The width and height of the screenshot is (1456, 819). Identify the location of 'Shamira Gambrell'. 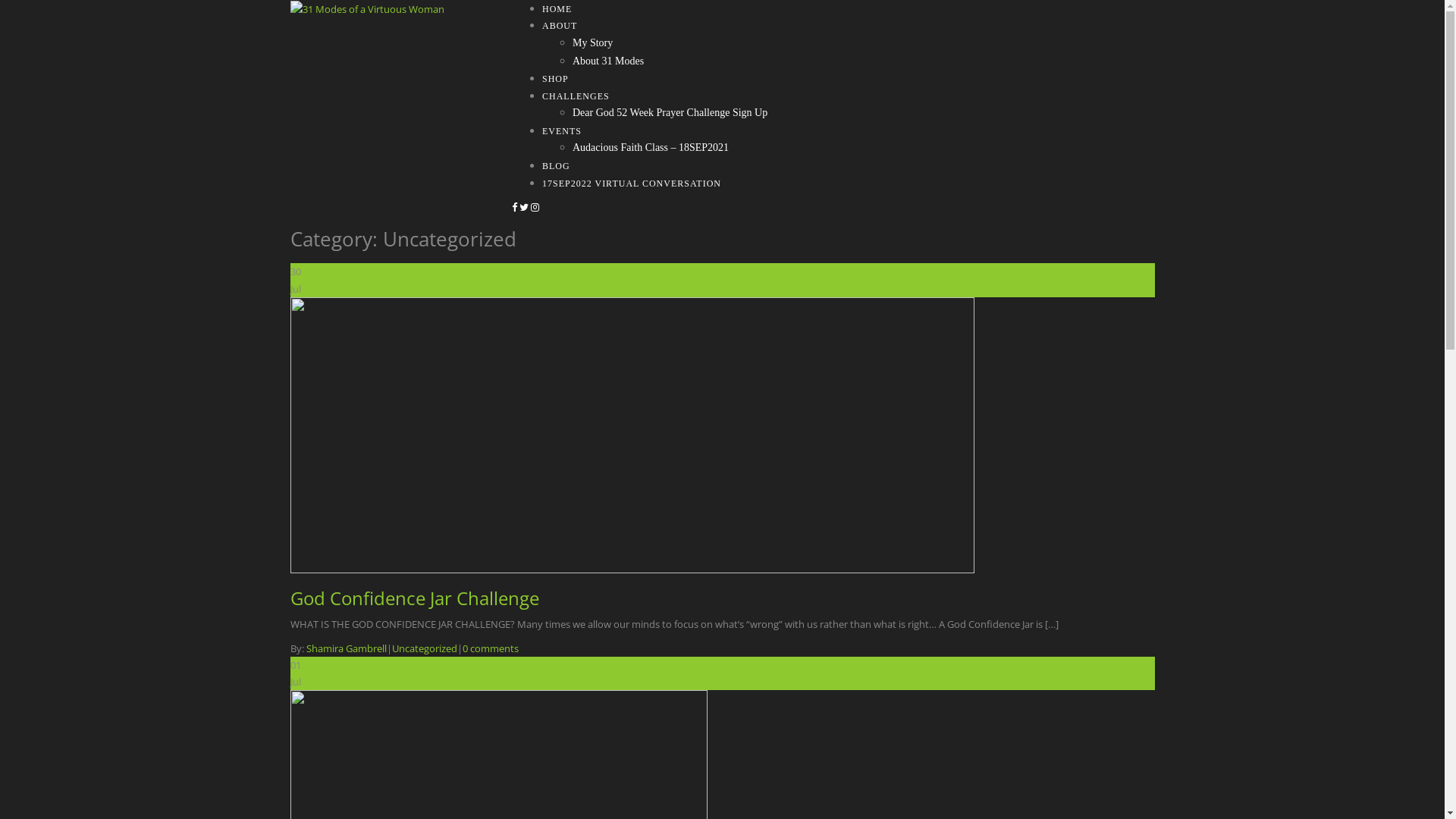
(345, 648).